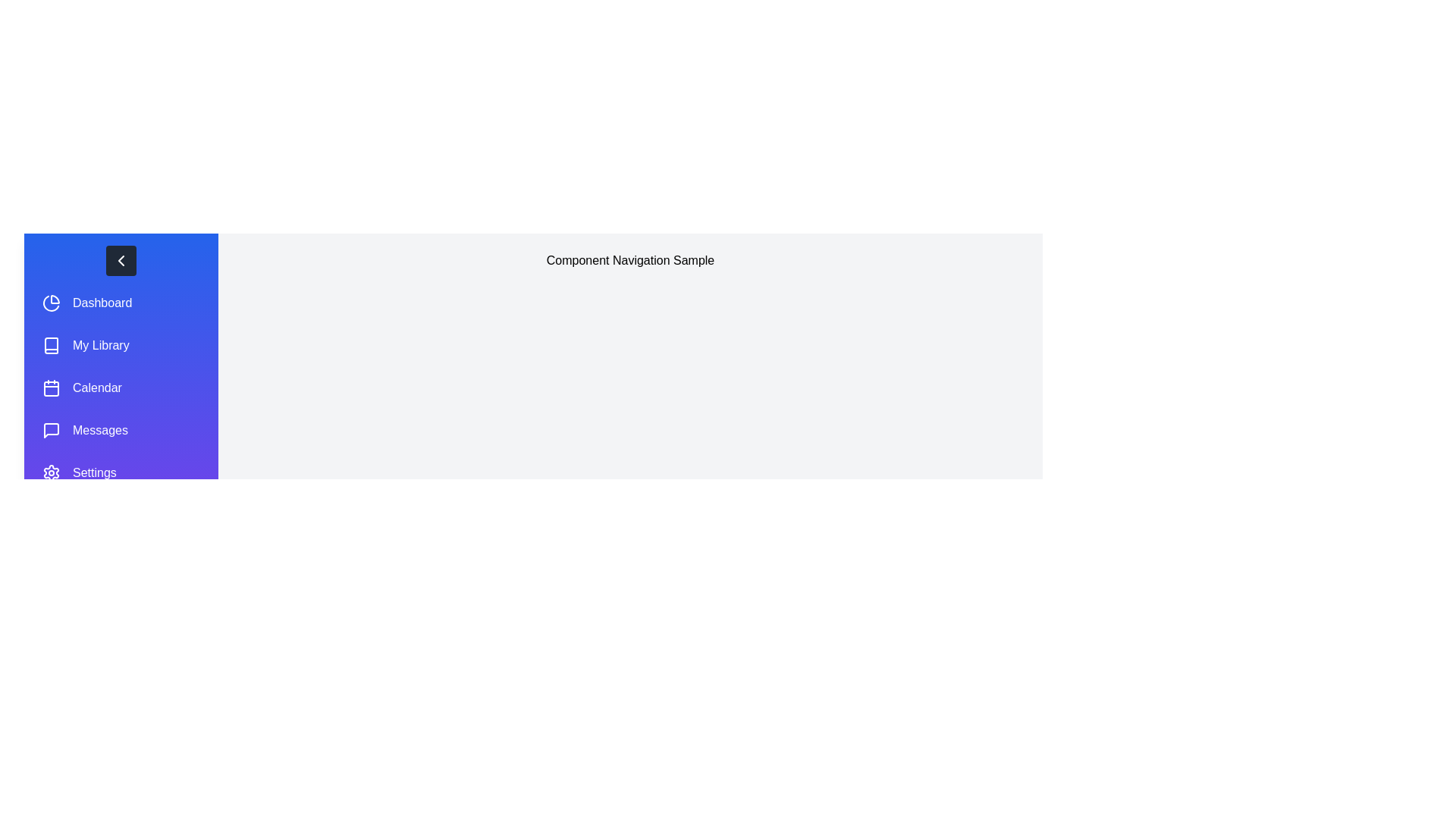 The image size is (1456, 819). What do you see at coordinates (120, 388) in the screenshot?
I see `the menu item Calendar from the navigation panel` at bounding box center [120, 388].